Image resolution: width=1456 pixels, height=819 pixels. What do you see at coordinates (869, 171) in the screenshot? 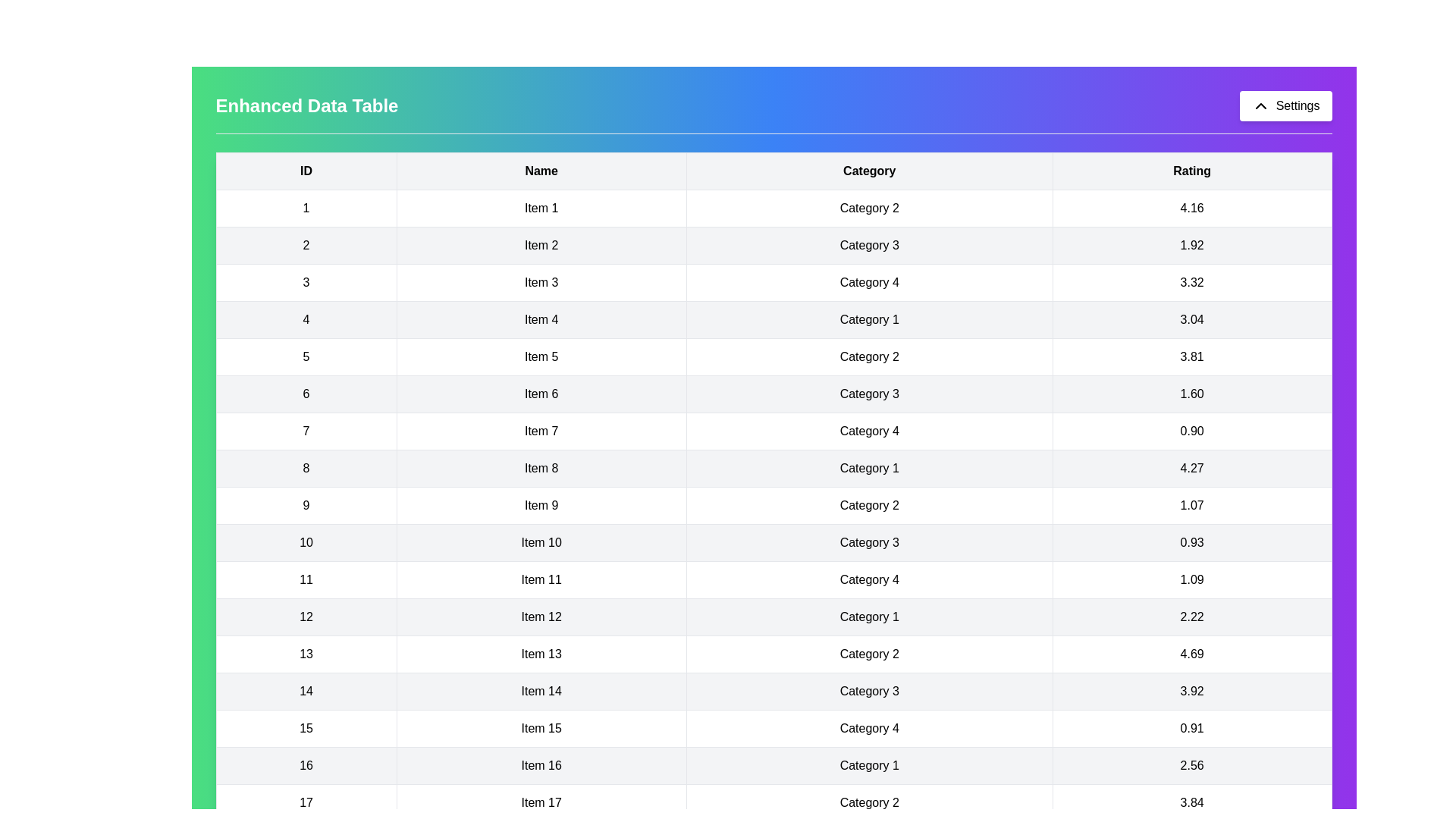
I see `the table header Category to examine it` at bounding box center [869, 171].